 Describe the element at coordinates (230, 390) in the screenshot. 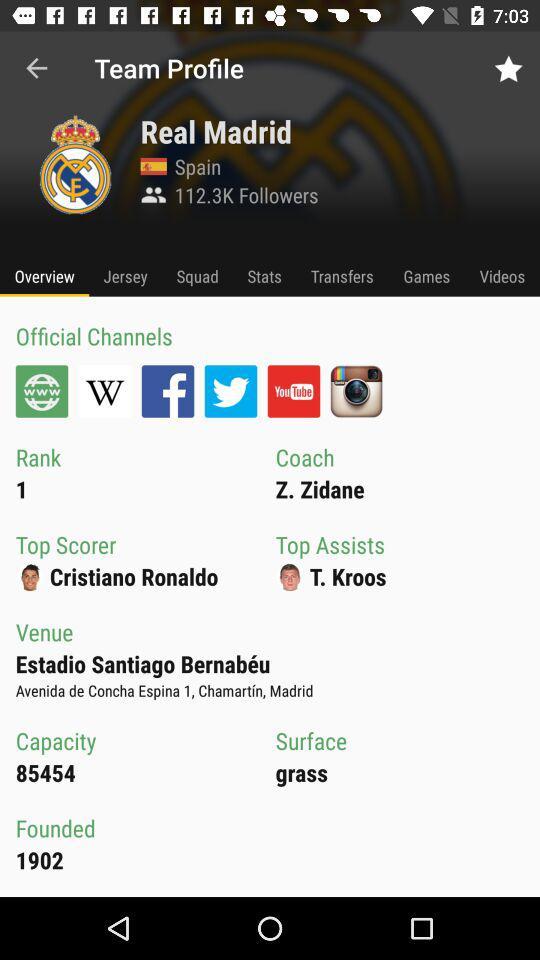

I see `the twitter icon` at that location.